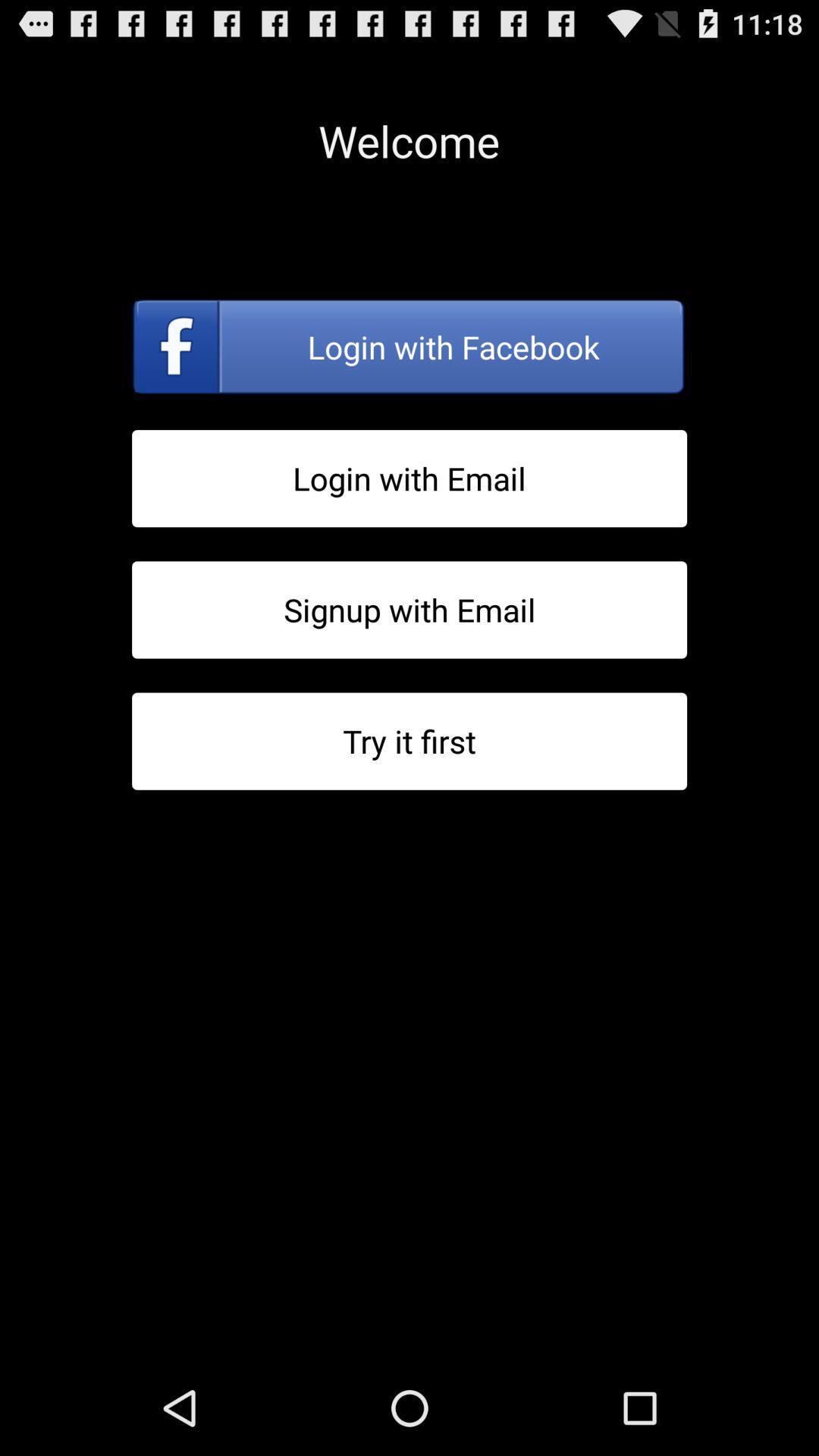  I want to click on login with facebook, so click(409, 346).